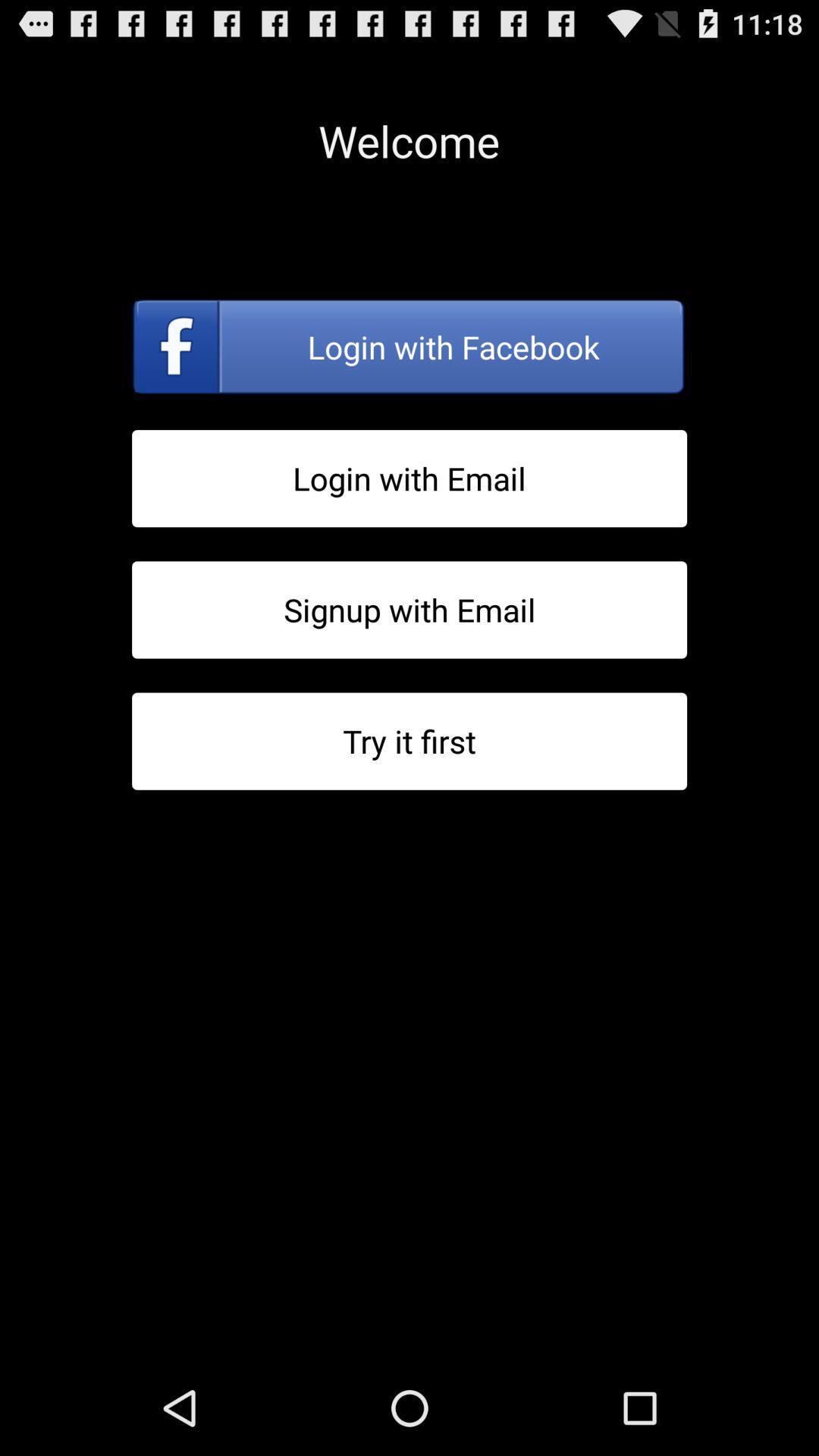  I want to click on login with facebook, so click(409, 346).